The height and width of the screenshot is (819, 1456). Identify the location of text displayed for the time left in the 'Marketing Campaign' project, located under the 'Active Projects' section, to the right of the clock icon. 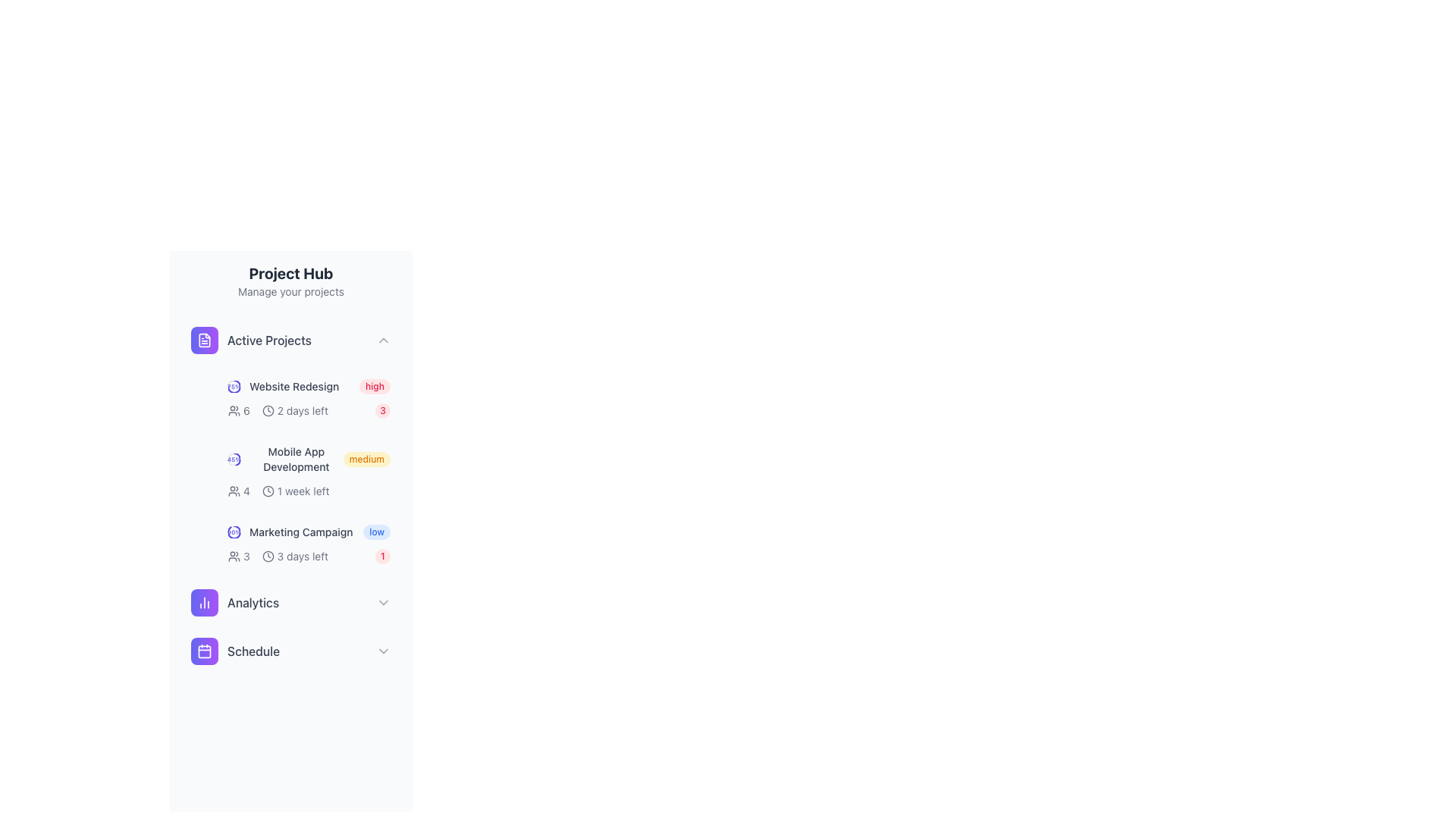
(303, 556).